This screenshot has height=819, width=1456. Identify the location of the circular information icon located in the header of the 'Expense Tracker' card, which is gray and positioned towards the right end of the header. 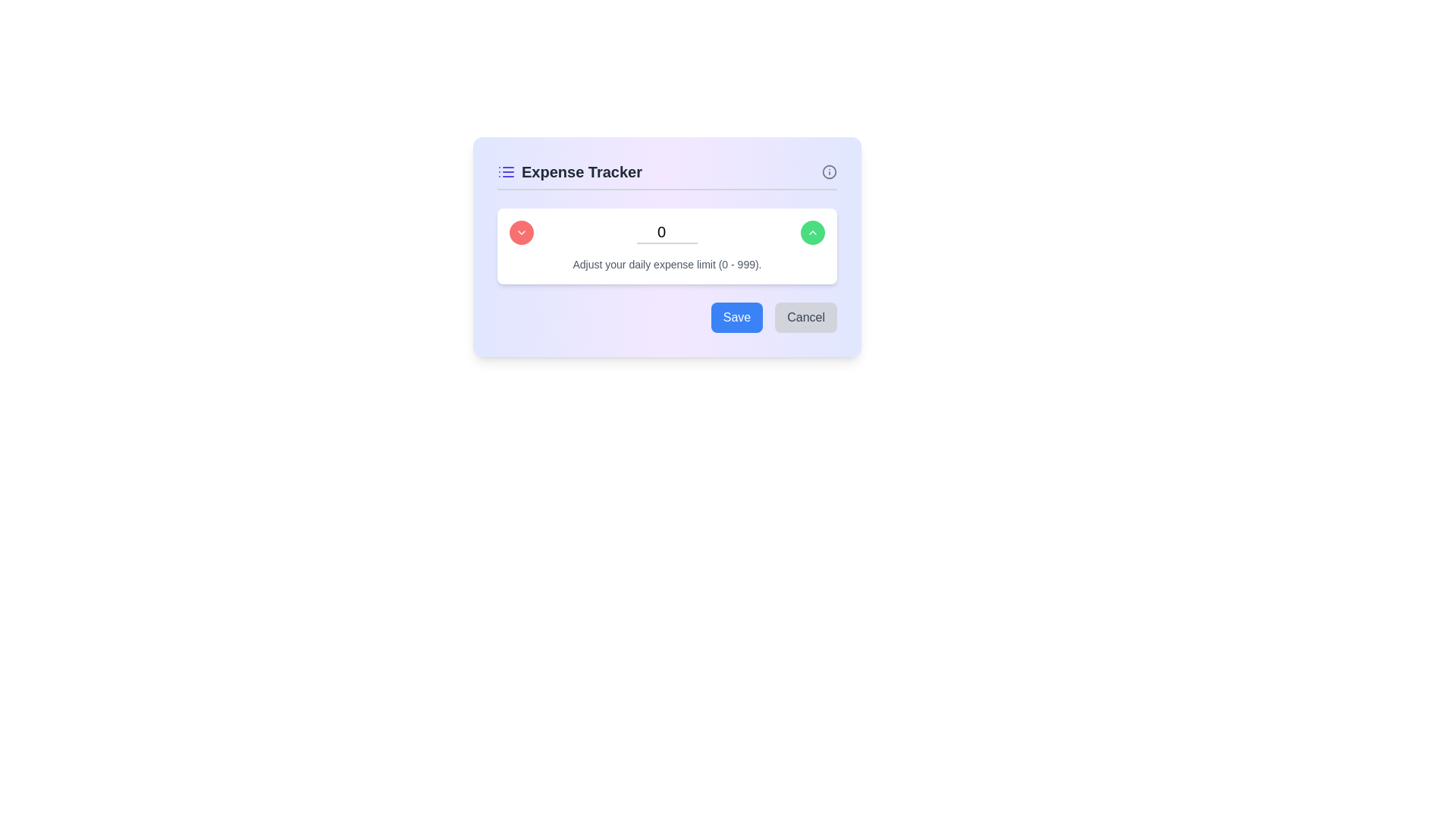
(829, 171).